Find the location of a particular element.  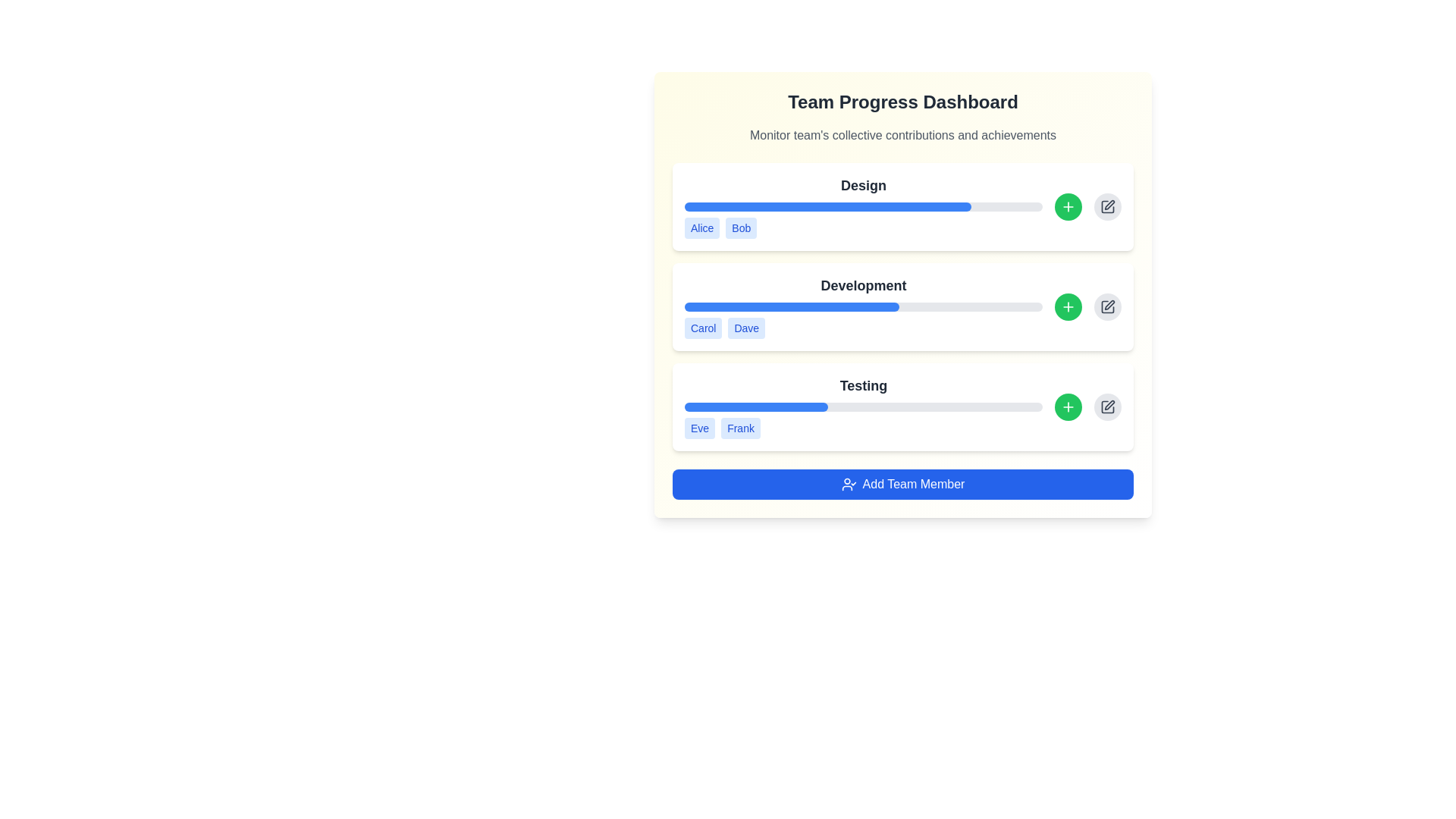

the names 'Carol' and 'Dave' located in the progress bar section of the second card element on the dashboard is located at coordinates (863, 307).